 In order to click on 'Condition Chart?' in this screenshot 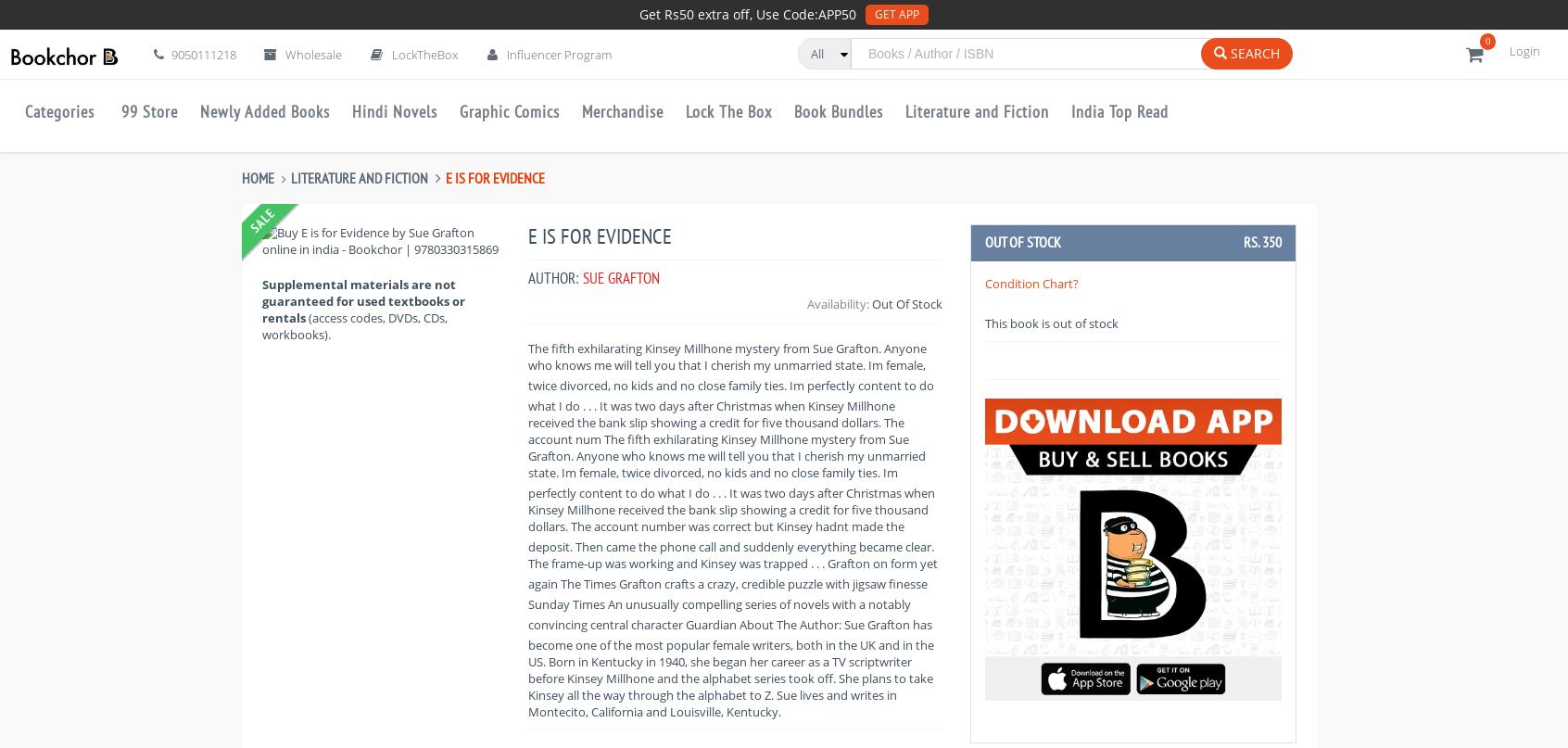, I will do `click(985, 281)`.